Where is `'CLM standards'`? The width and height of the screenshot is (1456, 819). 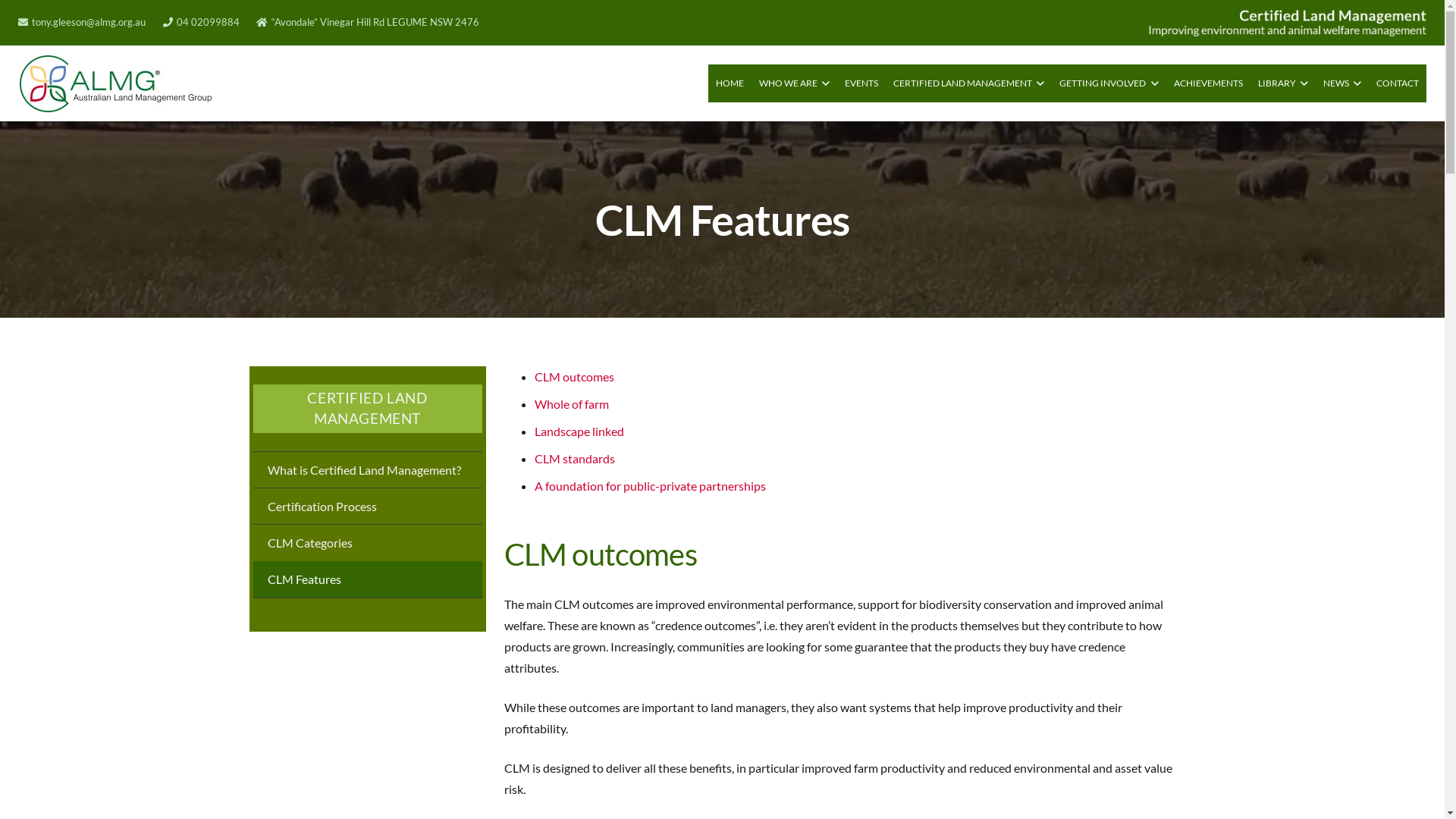 'CLM standards' is located at coordinates (573, 457).